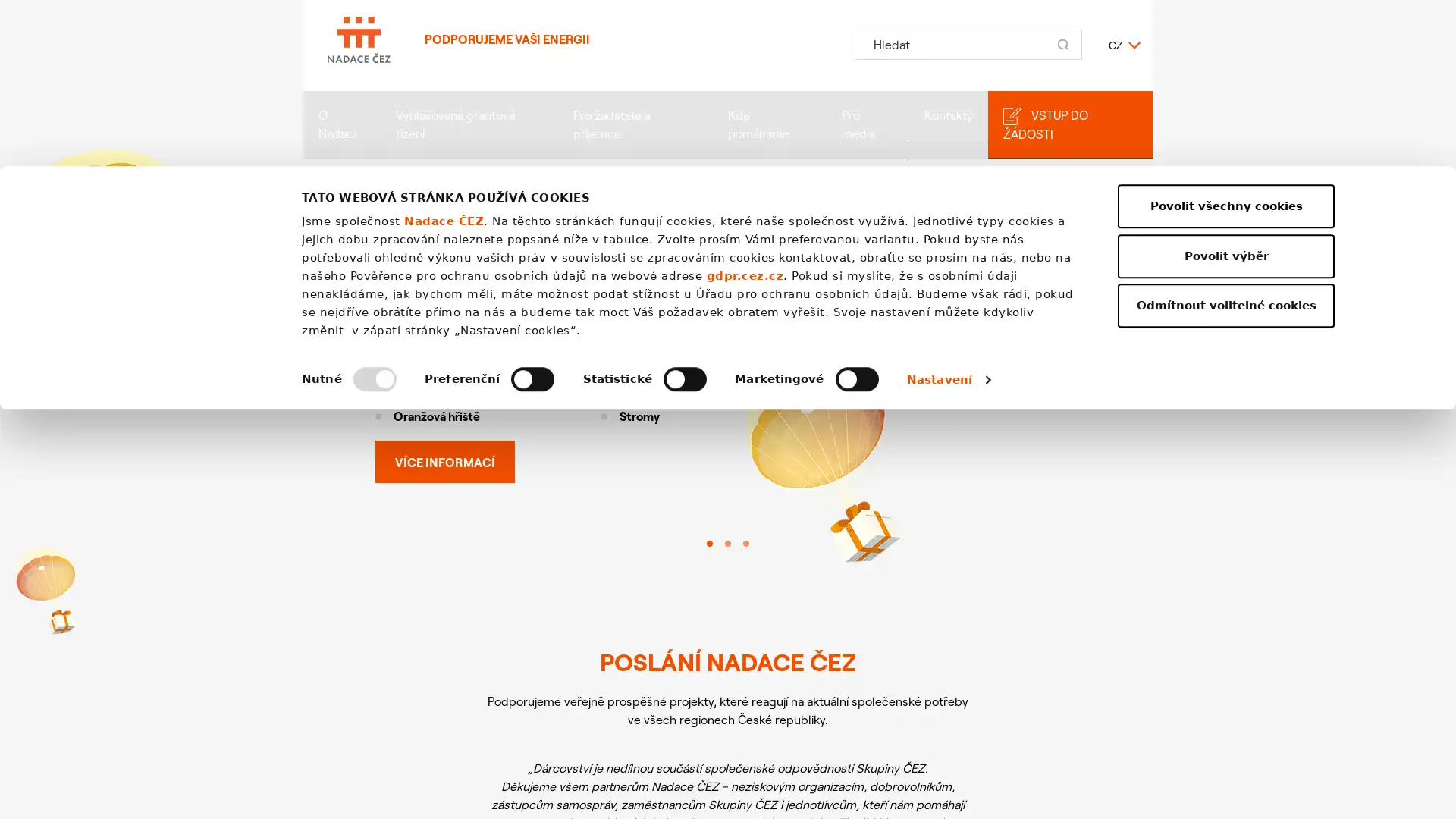 This screenshot has height=819, width=1456. Describe the element at coordinates (1226, 714) in the screenshot. I see `Odmitnout volitelne cookies` at that location.